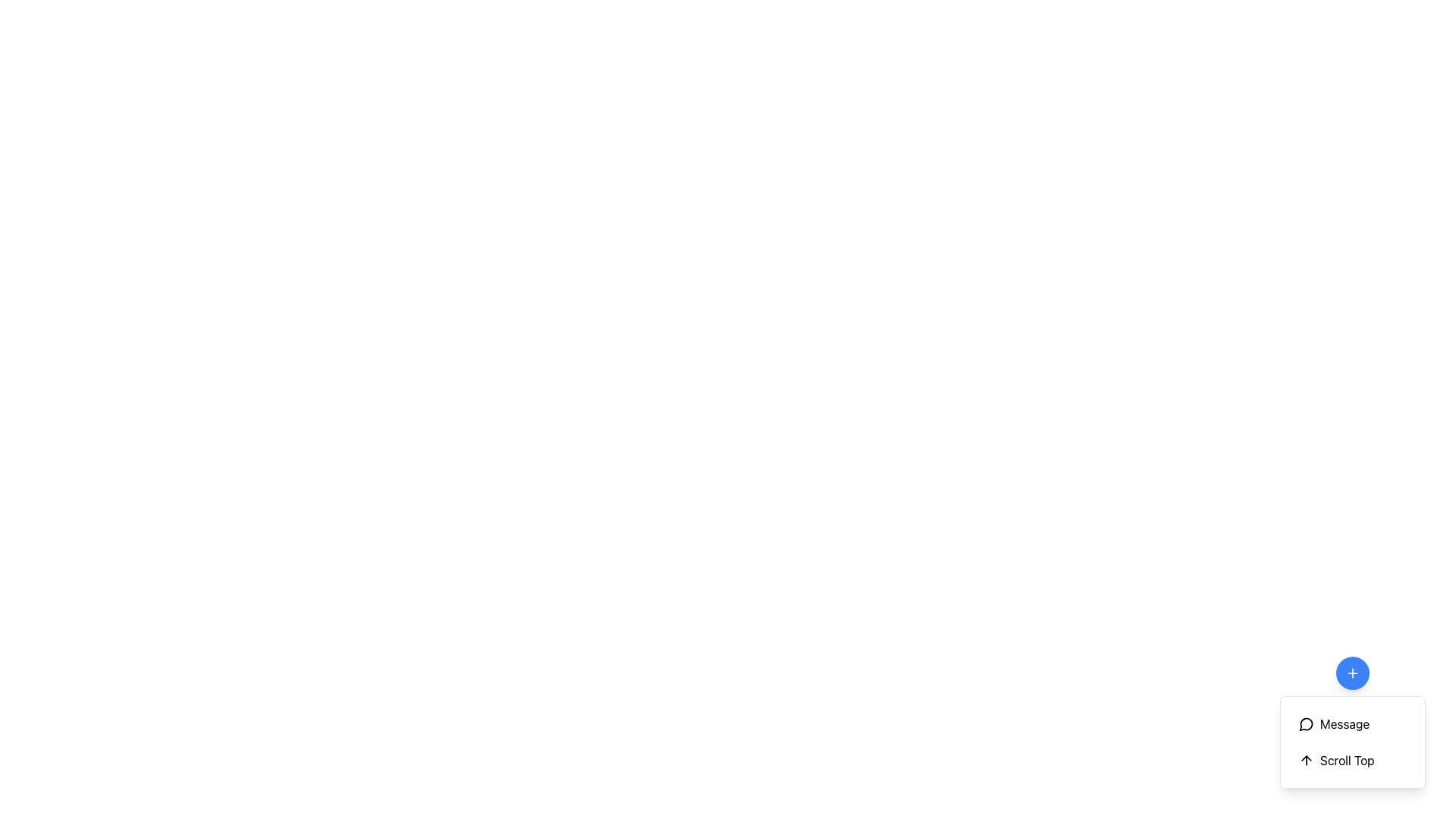 Image resolution: width=1456 pixels, height=819 pixels. What do you see at coordinates (1353, 672) in the screenshot?
I see `the circular blue button with a white cross icon located at the bottom-right corner of the interface for visual feedback` at bounding box center [1353, 672].